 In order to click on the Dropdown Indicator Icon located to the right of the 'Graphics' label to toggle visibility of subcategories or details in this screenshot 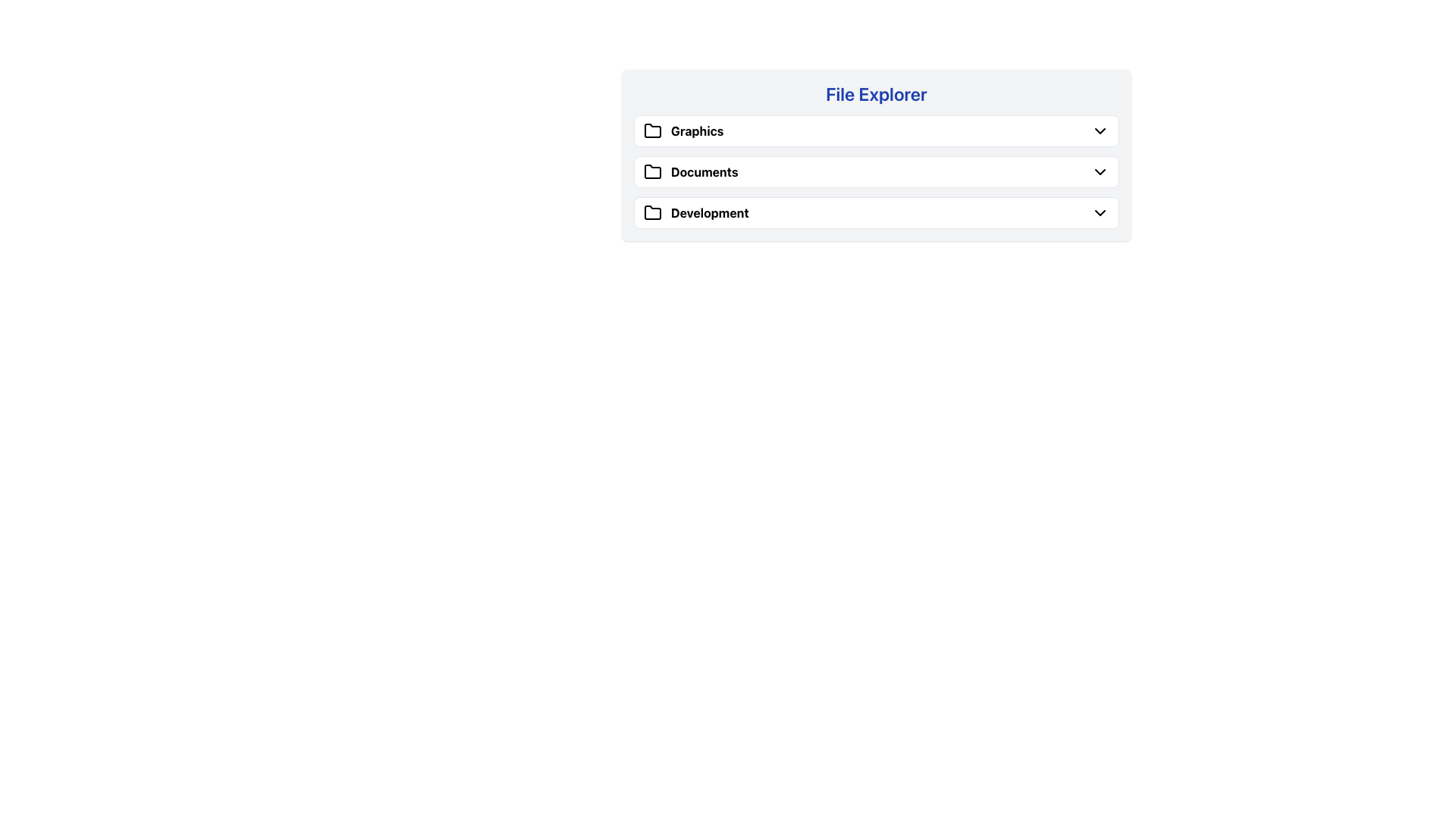, I will do `click(1100, 130)`.